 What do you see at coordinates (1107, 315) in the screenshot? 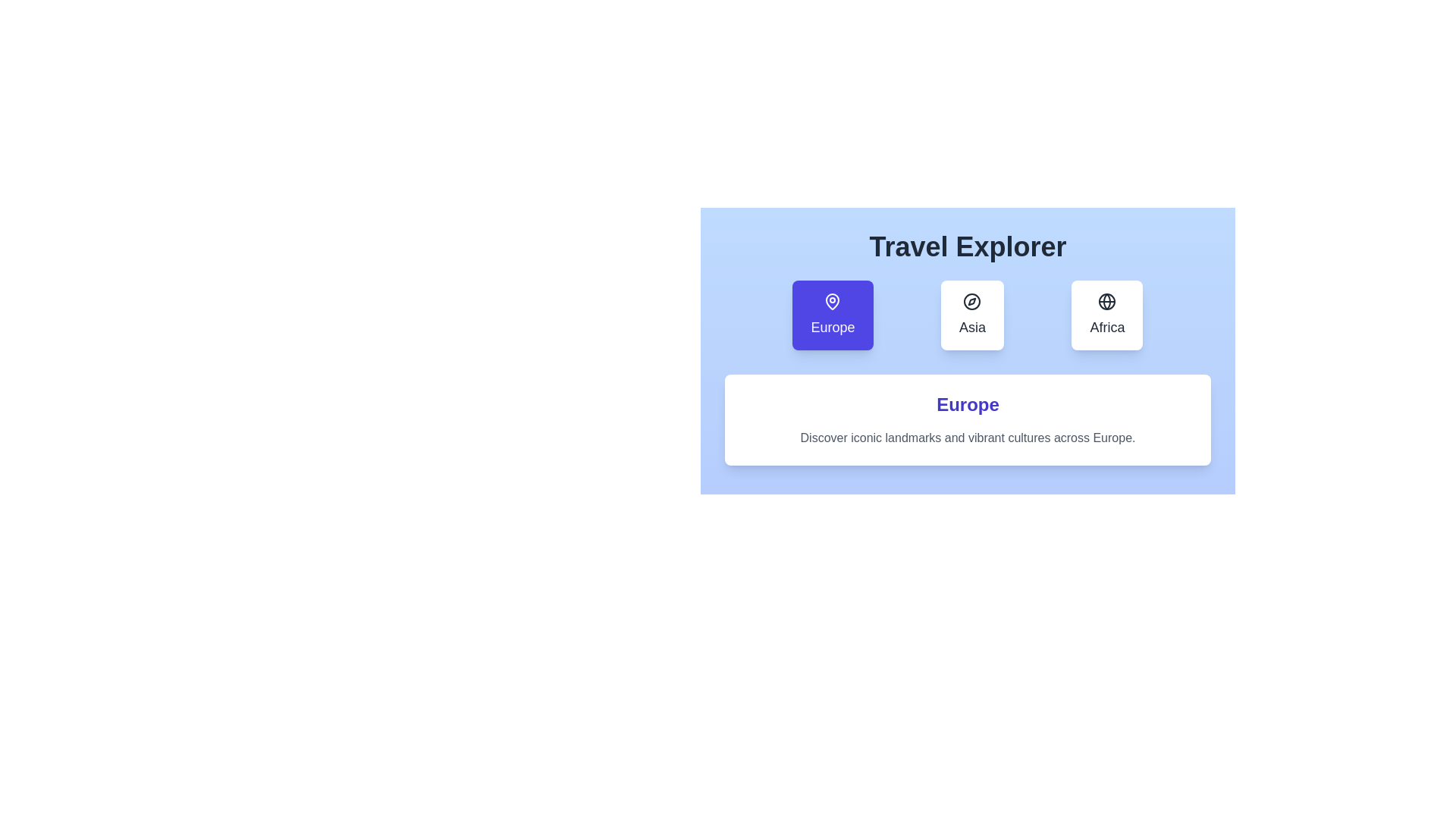
I see `the 'Africa' category button` at bounding box center [1107, 315].